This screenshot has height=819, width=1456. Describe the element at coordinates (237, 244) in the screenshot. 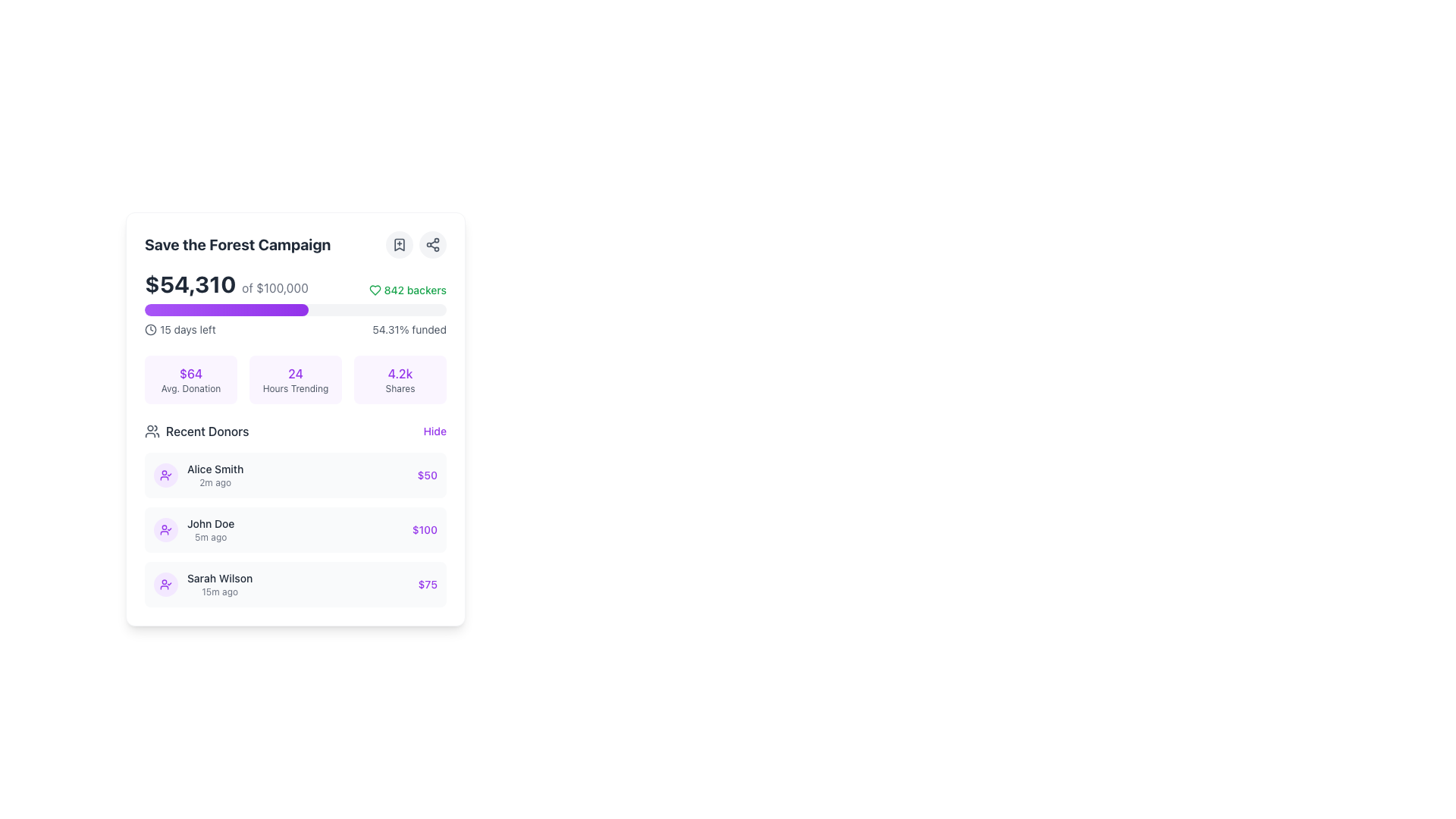

I see `the text label reading 'Save the Forest Campaign', which is styled in bold and positioned at the top-left of a card-like component` at that location.